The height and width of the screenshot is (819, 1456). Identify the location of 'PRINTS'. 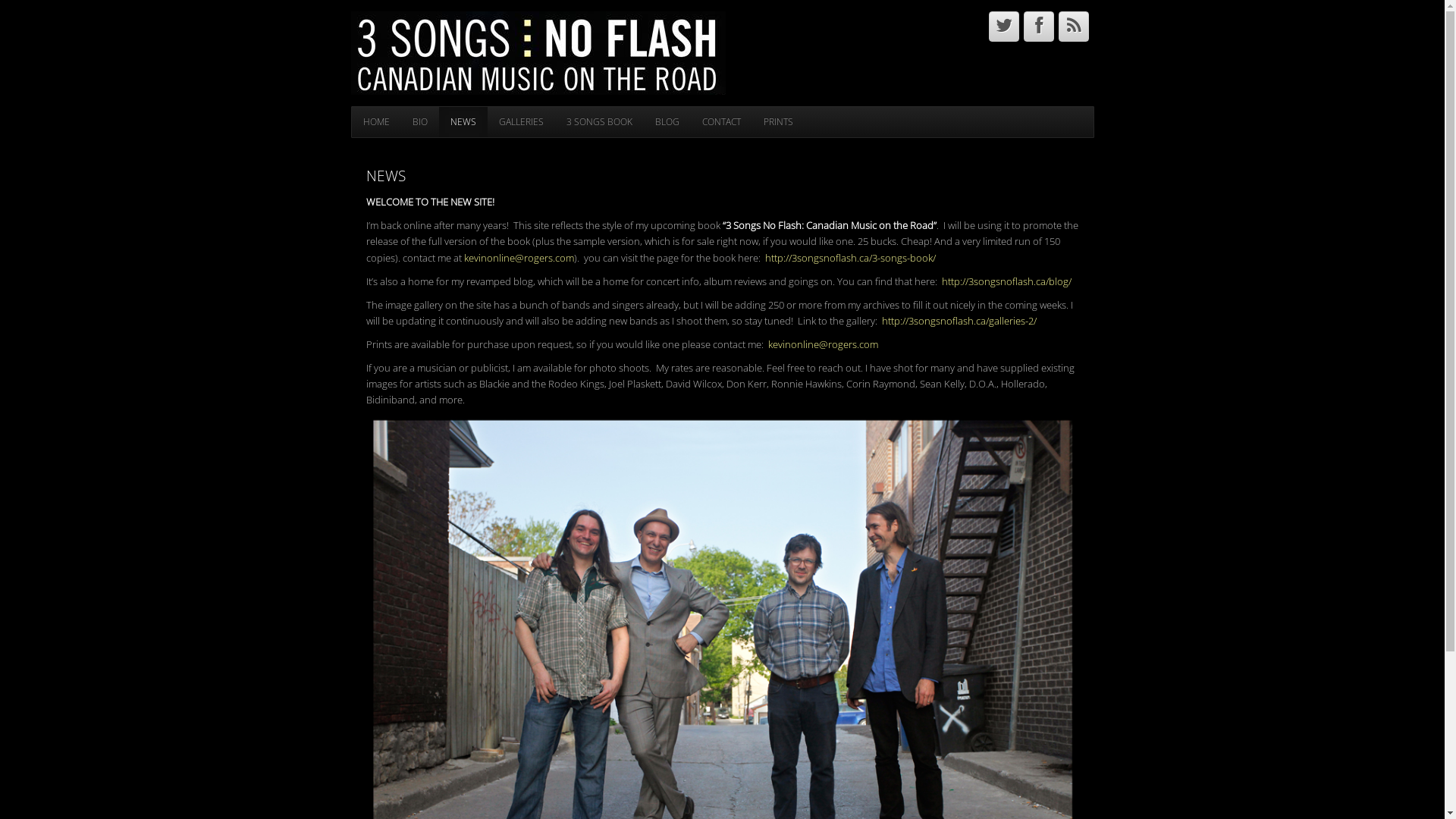
(752, 121).